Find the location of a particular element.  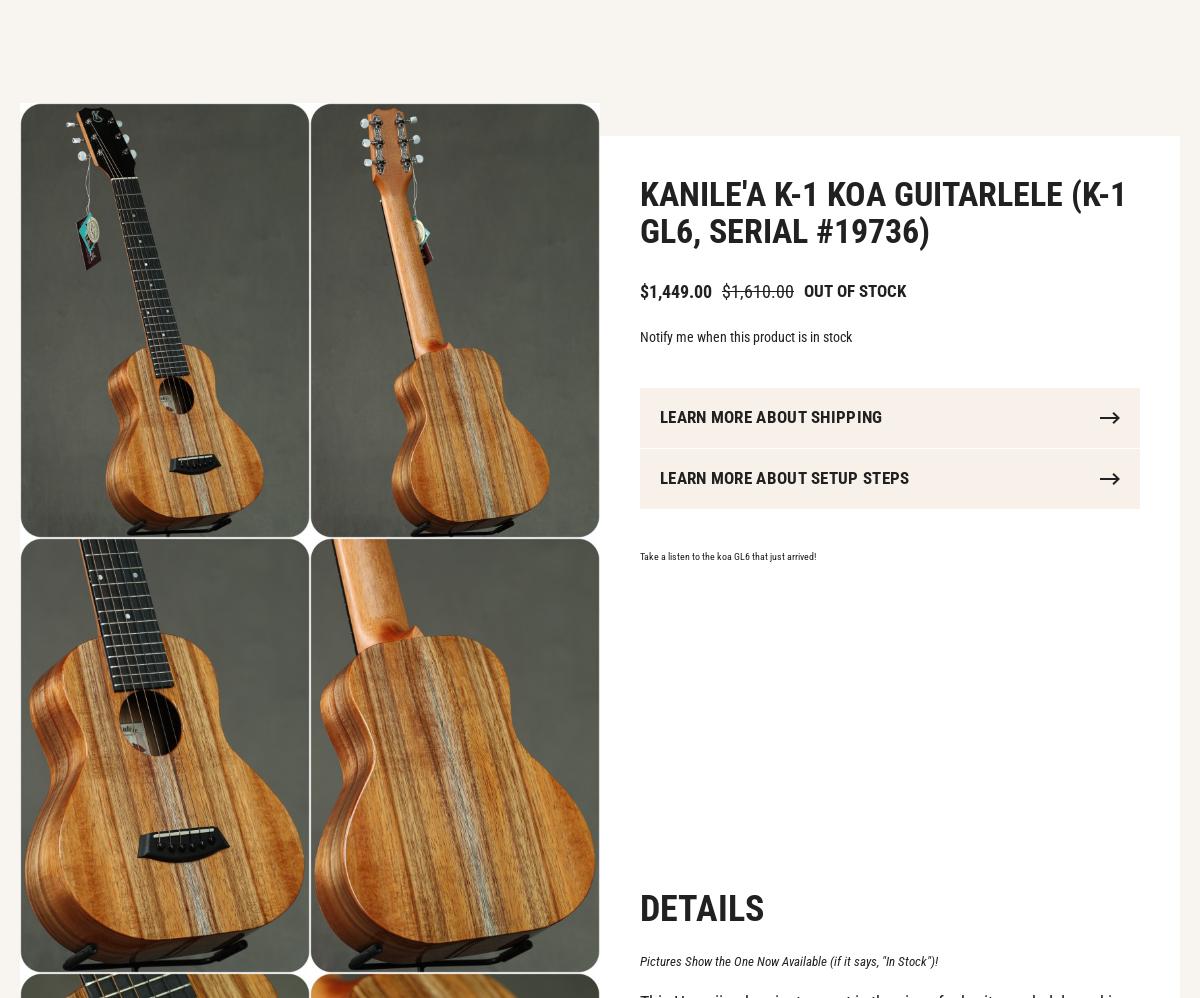

'UNITED STATES FISH AND WILDLIFE PERMIT:' is located at coordinates (205, 678).